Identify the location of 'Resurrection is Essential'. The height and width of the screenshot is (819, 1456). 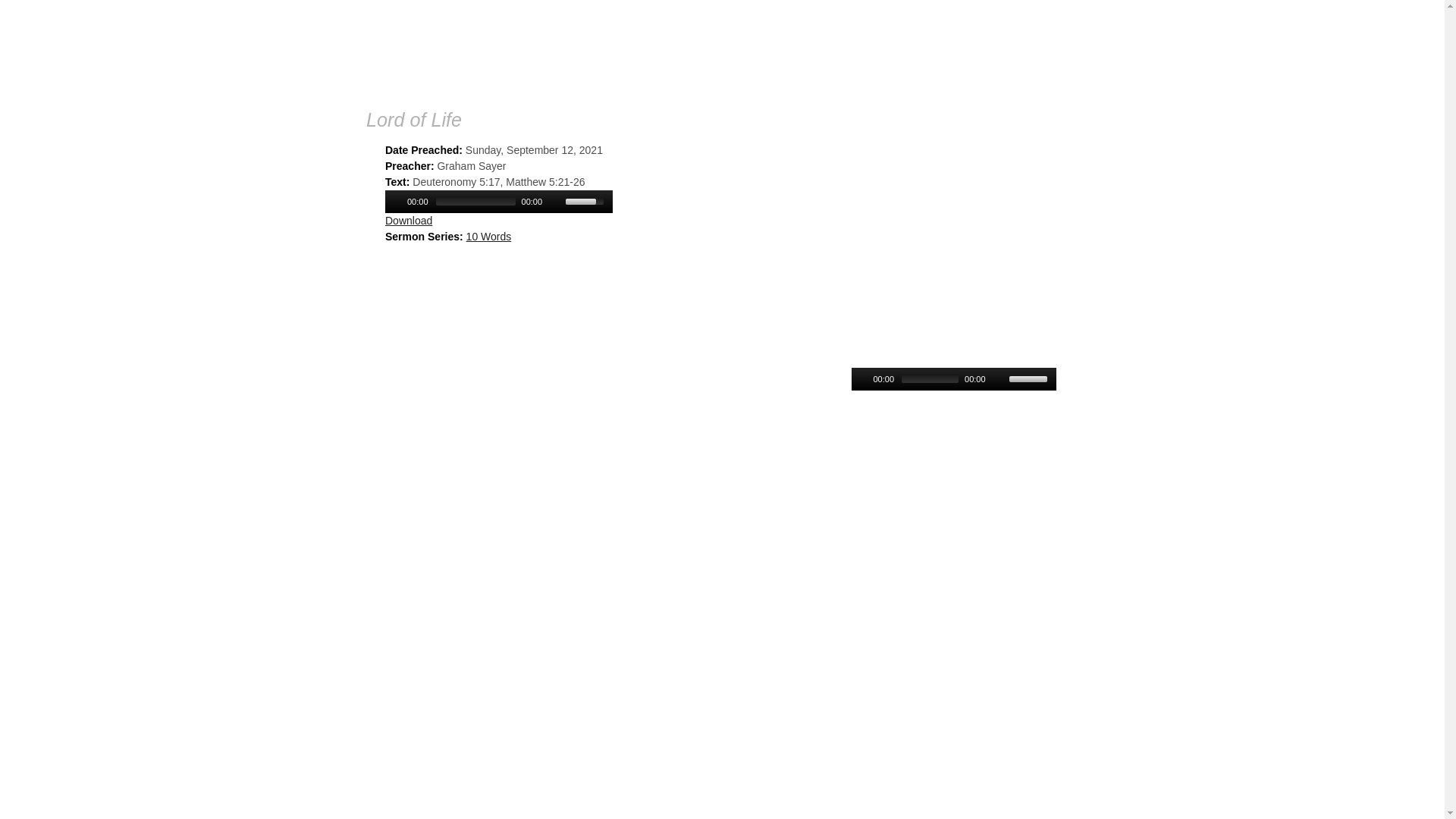
(909, 356).